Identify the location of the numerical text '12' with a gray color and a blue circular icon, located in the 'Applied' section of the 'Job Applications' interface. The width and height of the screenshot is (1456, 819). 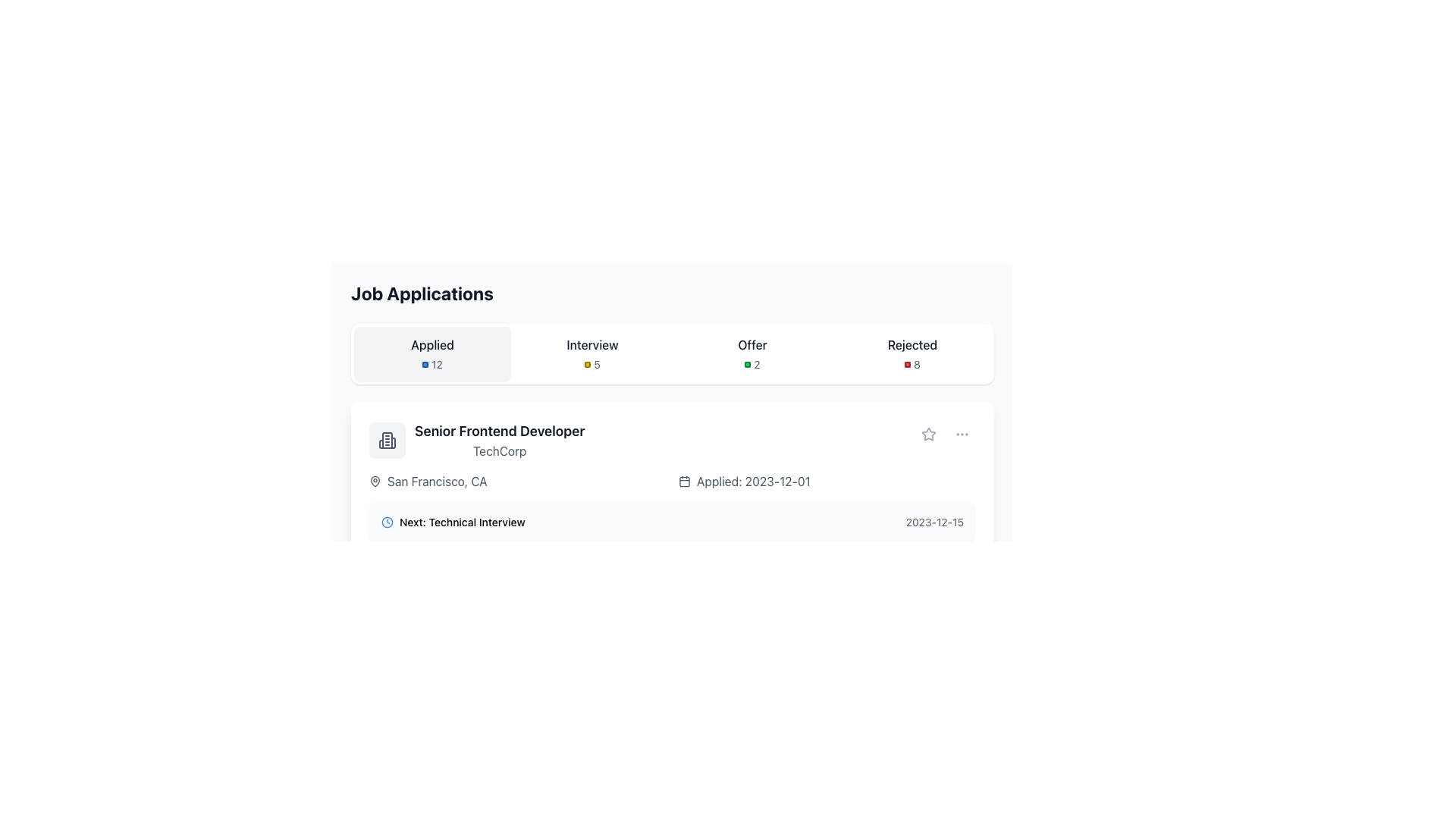
(431, 365).